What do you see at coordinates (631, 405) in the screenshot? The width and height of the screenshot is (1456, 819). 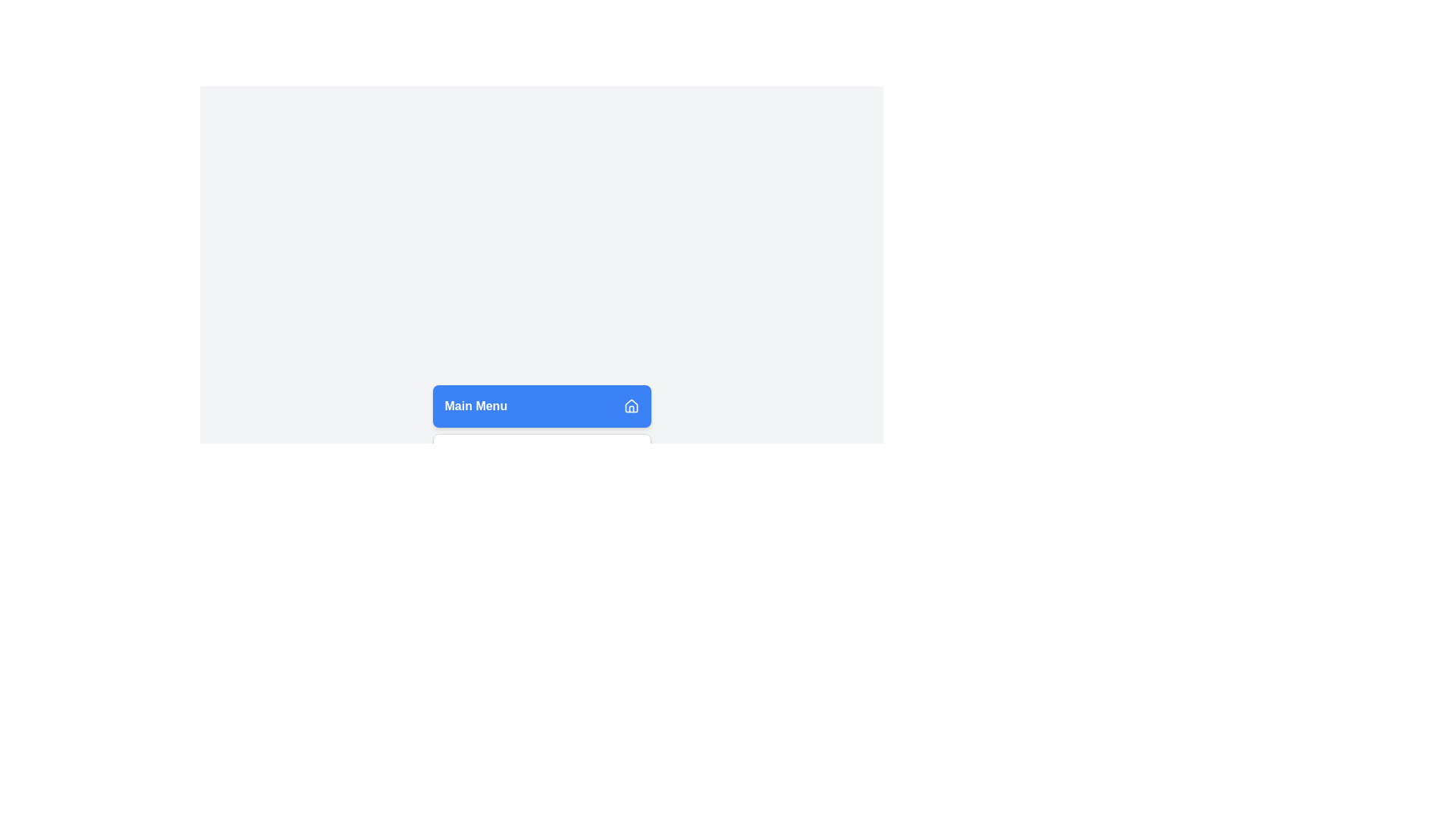 I see `the home icon SVG element located to the far right of the 'Main Menu' section with a blue background` at bounding box center [631, 405].